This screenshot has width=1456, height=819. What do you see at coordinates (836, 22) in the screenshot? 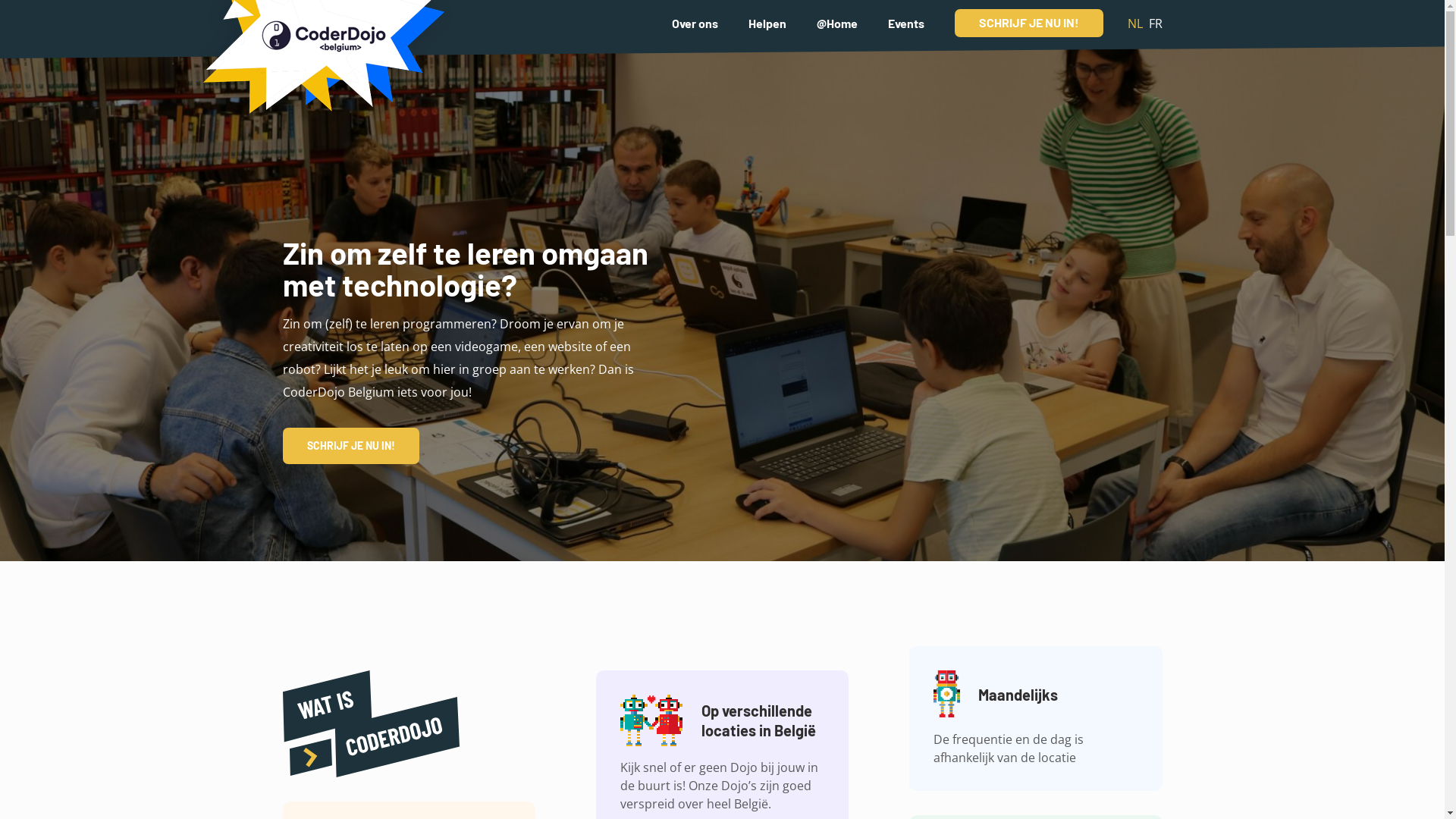
I see `'@Home'` at bounding box center [836, 22].